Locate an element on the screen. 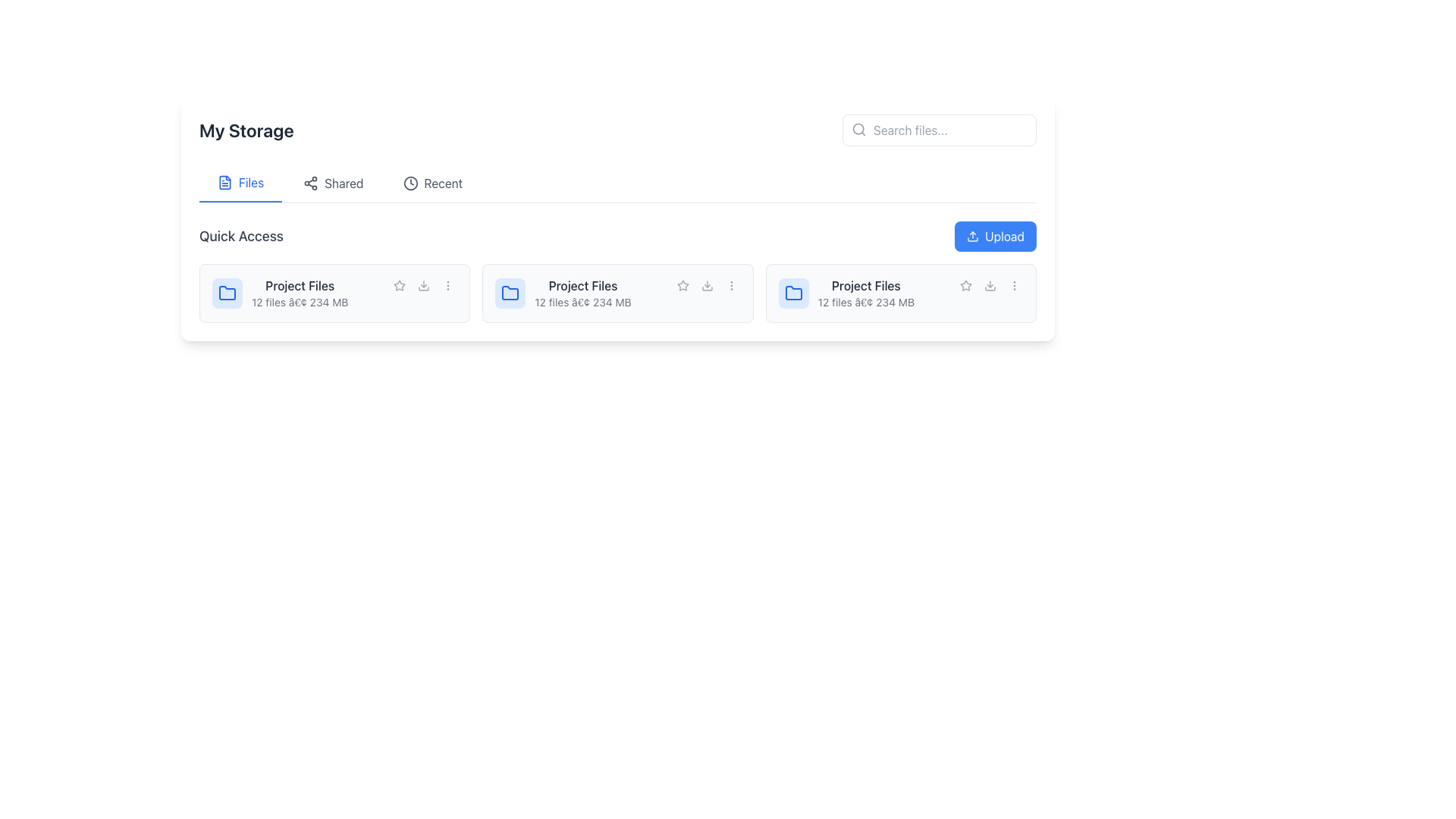 This screenshot has height=819, width=1456. the star icon button located next to 'Project Files' in the Quick Access section is located at coordinates (400, 286).